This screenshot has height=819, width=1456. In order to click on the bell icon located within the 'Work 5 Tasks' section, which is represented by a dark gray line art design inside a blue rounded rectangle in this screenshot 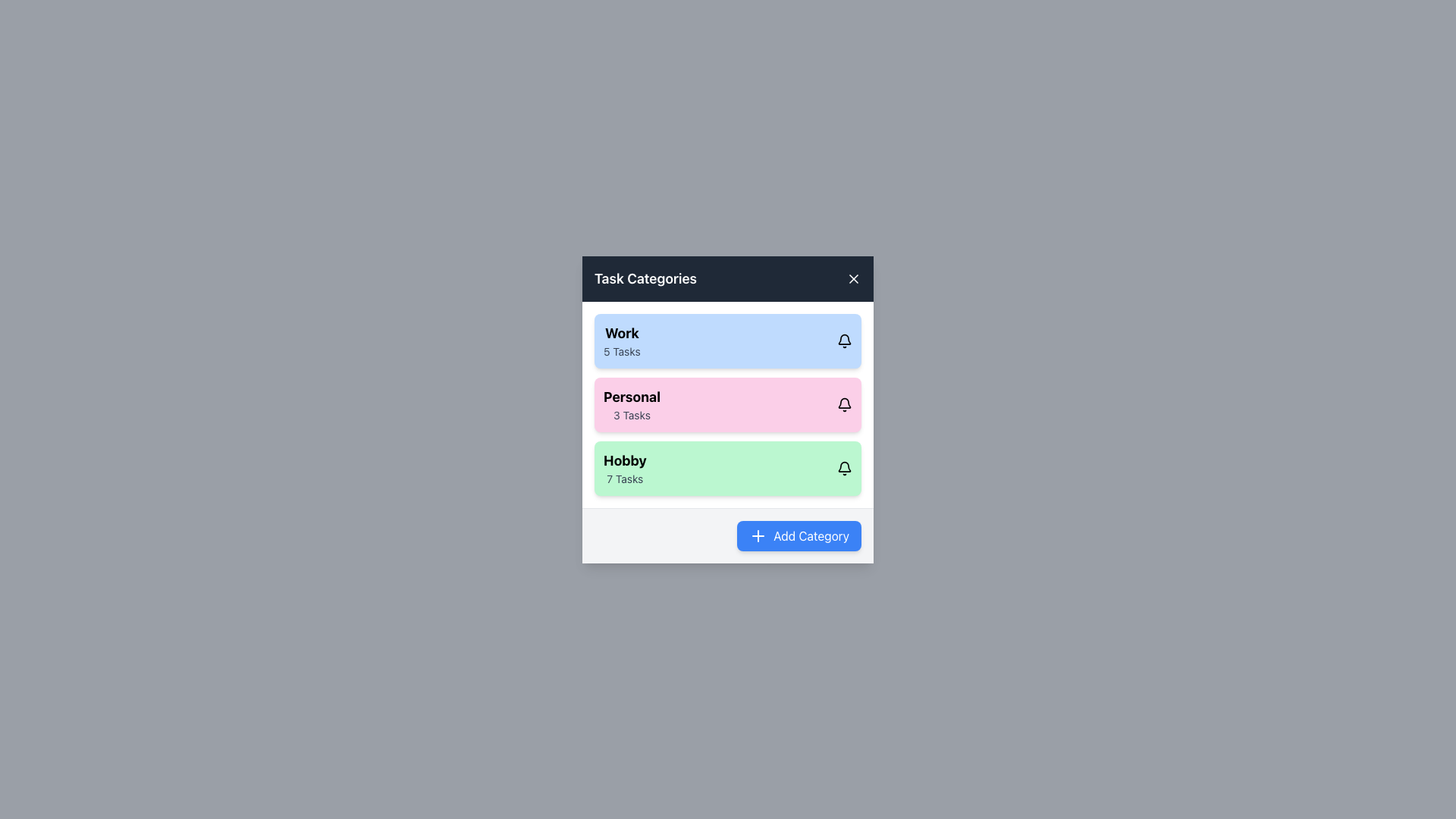, I will do `click(843, 339)`.